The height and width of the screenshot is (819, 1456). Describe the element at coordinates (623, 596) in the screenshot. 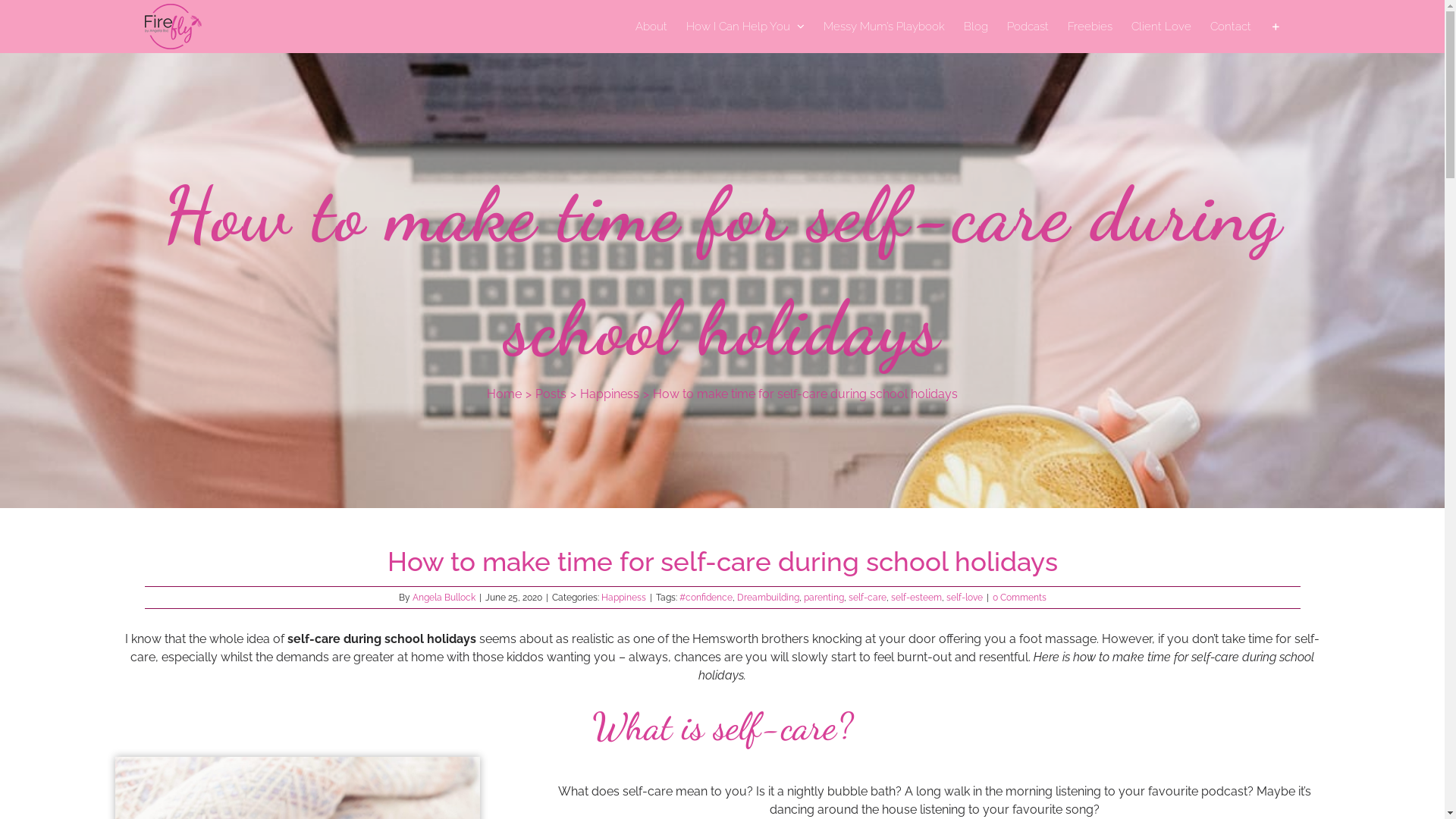

I see `'Happiness'` at that location.